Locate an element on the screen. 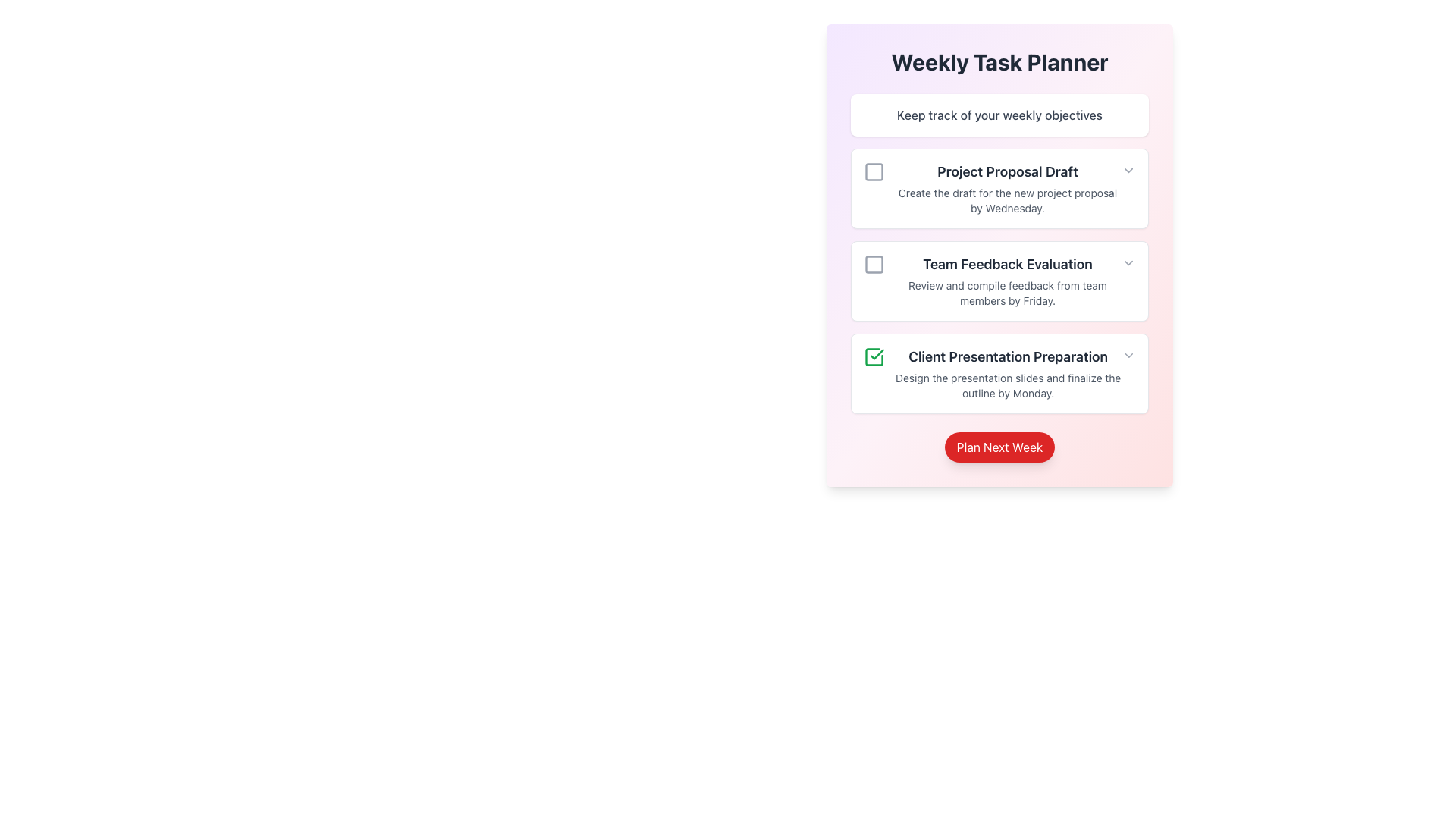 The image size is (1456, 819). the descriptive text element that reads 'Create the draft for the new project proposal by Wednesday.' which is located below the header 'Project Proposal Draft.' is located at coordinates (1008, 200).